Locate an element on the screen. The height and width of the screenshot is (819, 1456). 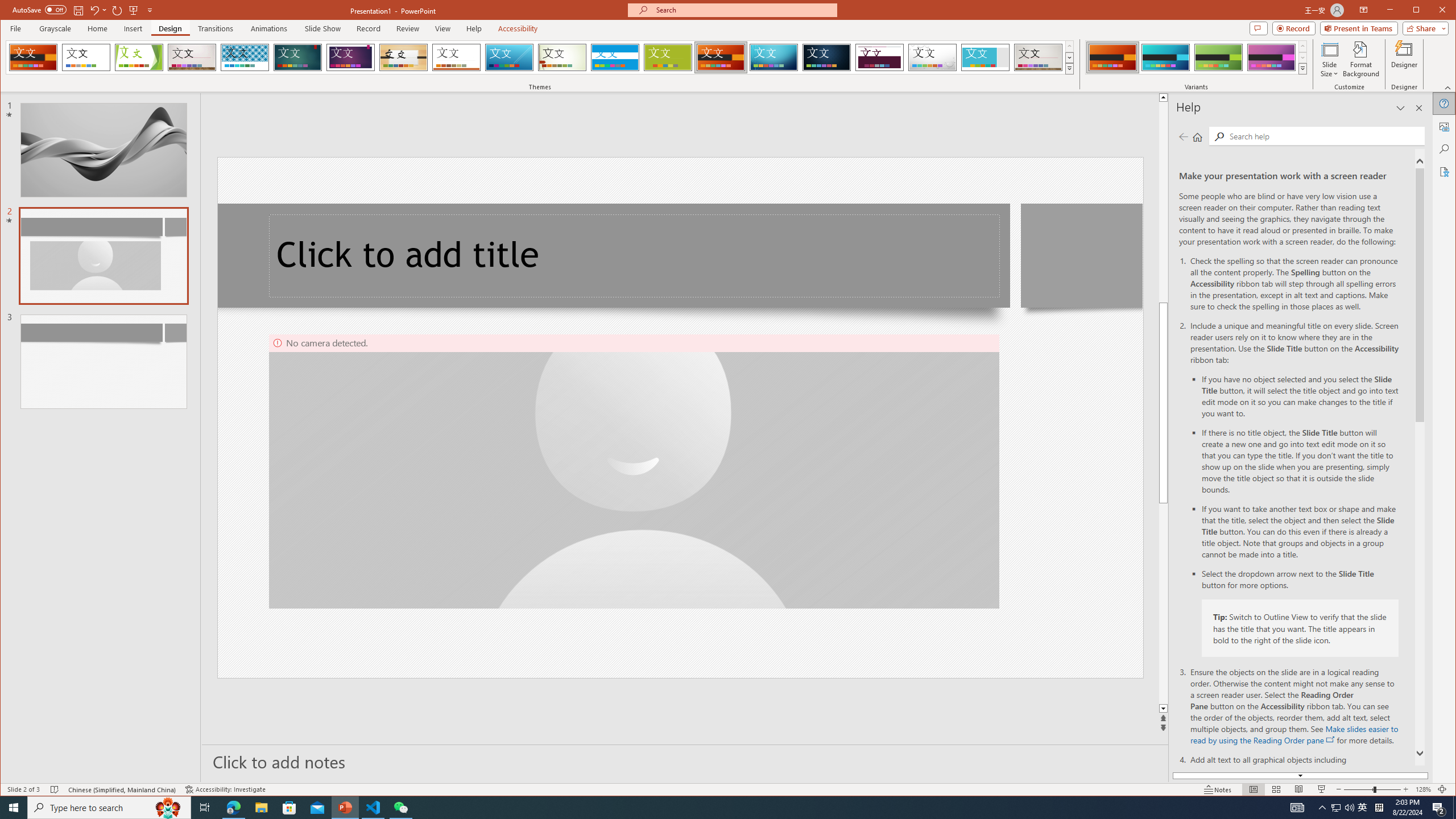
'Basis' is located at coordinates (668, 57).